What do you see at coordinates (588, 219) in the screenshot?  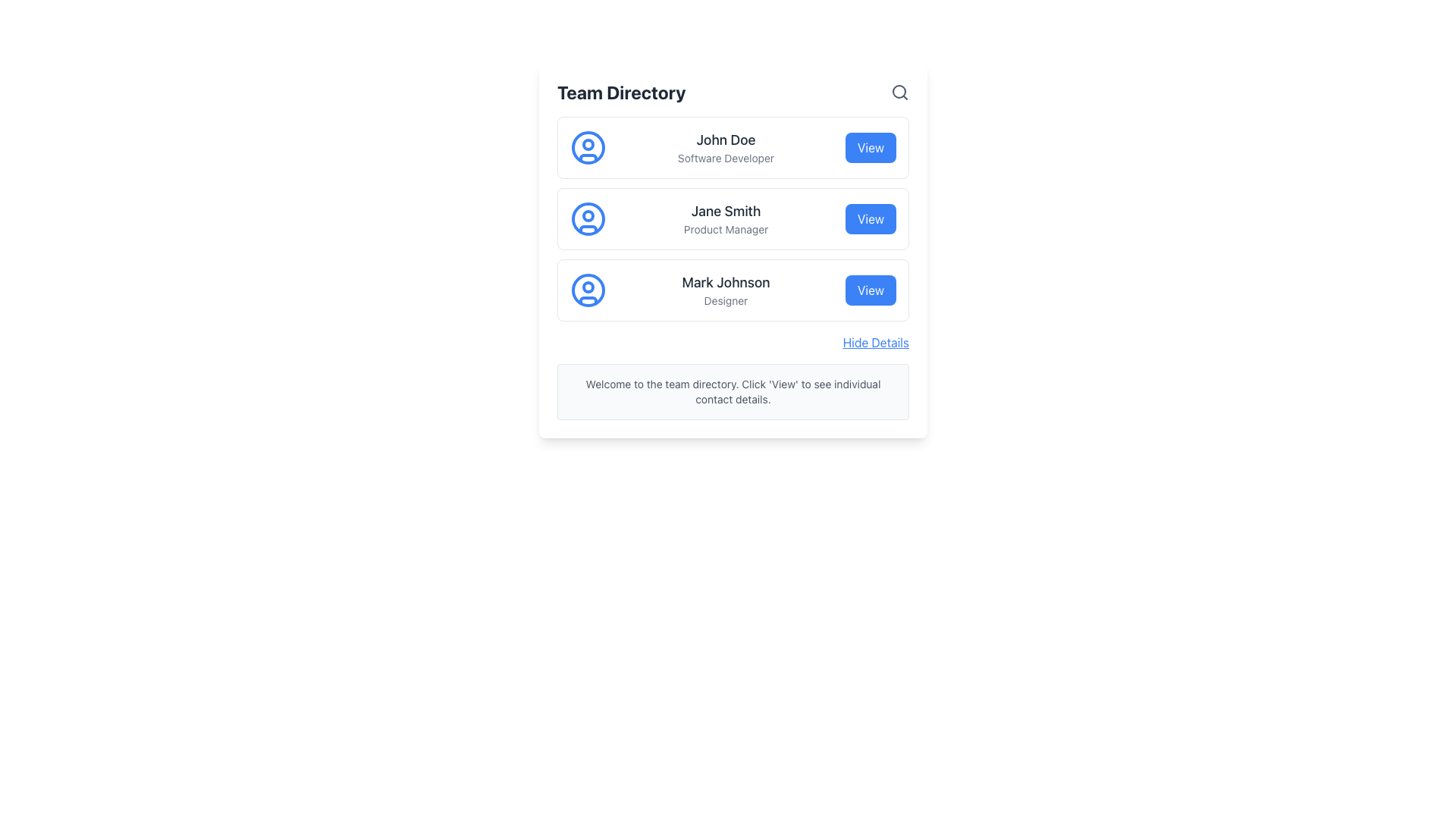 I see `the user icon representing 'Jane Smith - Product Manager' located in the second row of the 'Team Directory' section` at bounding box center [588, 219].